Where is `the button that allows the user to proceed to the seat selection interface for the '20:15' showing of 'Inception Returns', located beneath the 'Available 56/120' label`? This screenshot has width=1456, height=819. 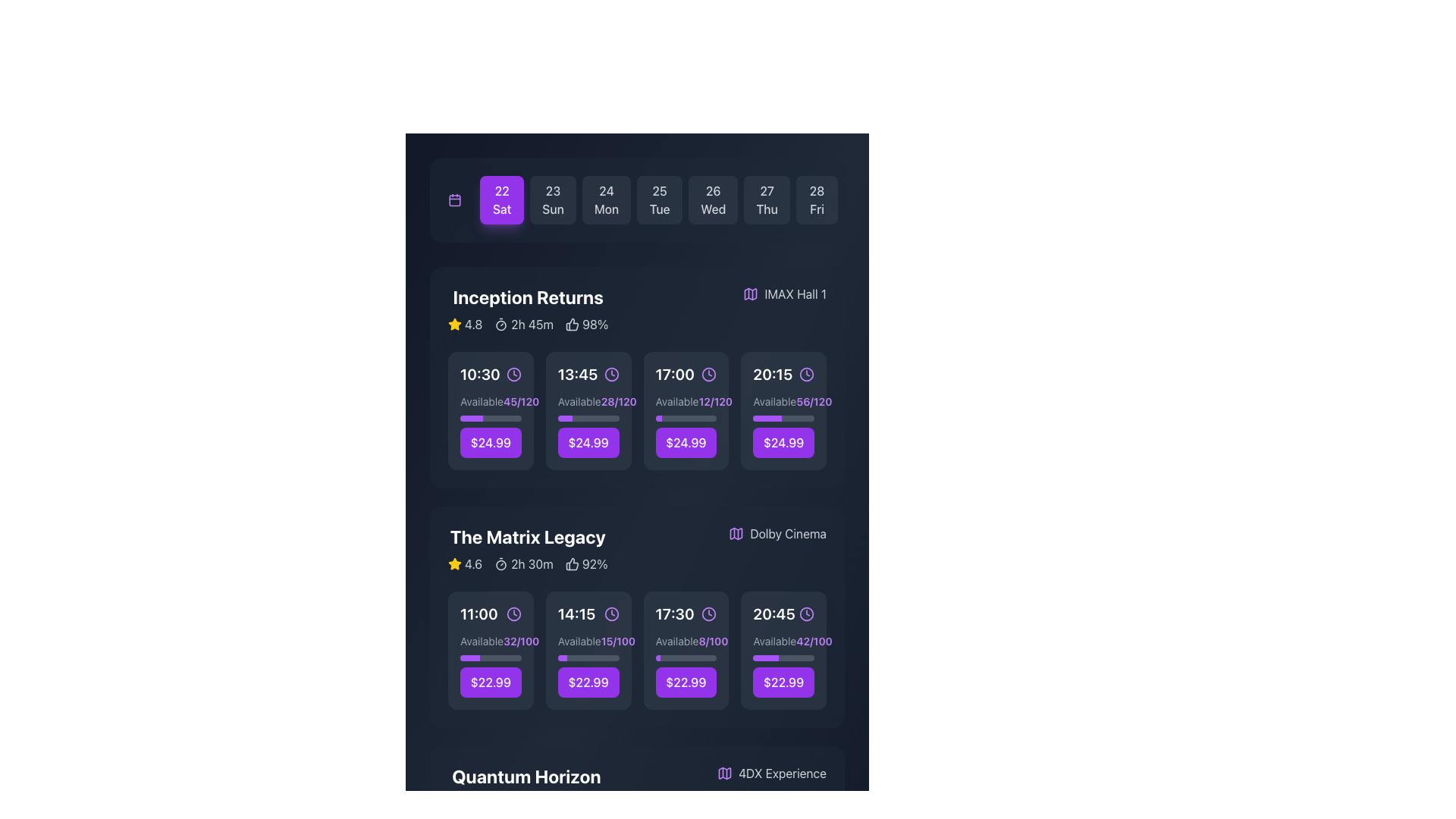 the button that allows the user to proceed to the seat selection interface for the '20:15' showing of 'Inception Returns', located beneath the 'Available 56/120' label is located at coordinates (783, 411).